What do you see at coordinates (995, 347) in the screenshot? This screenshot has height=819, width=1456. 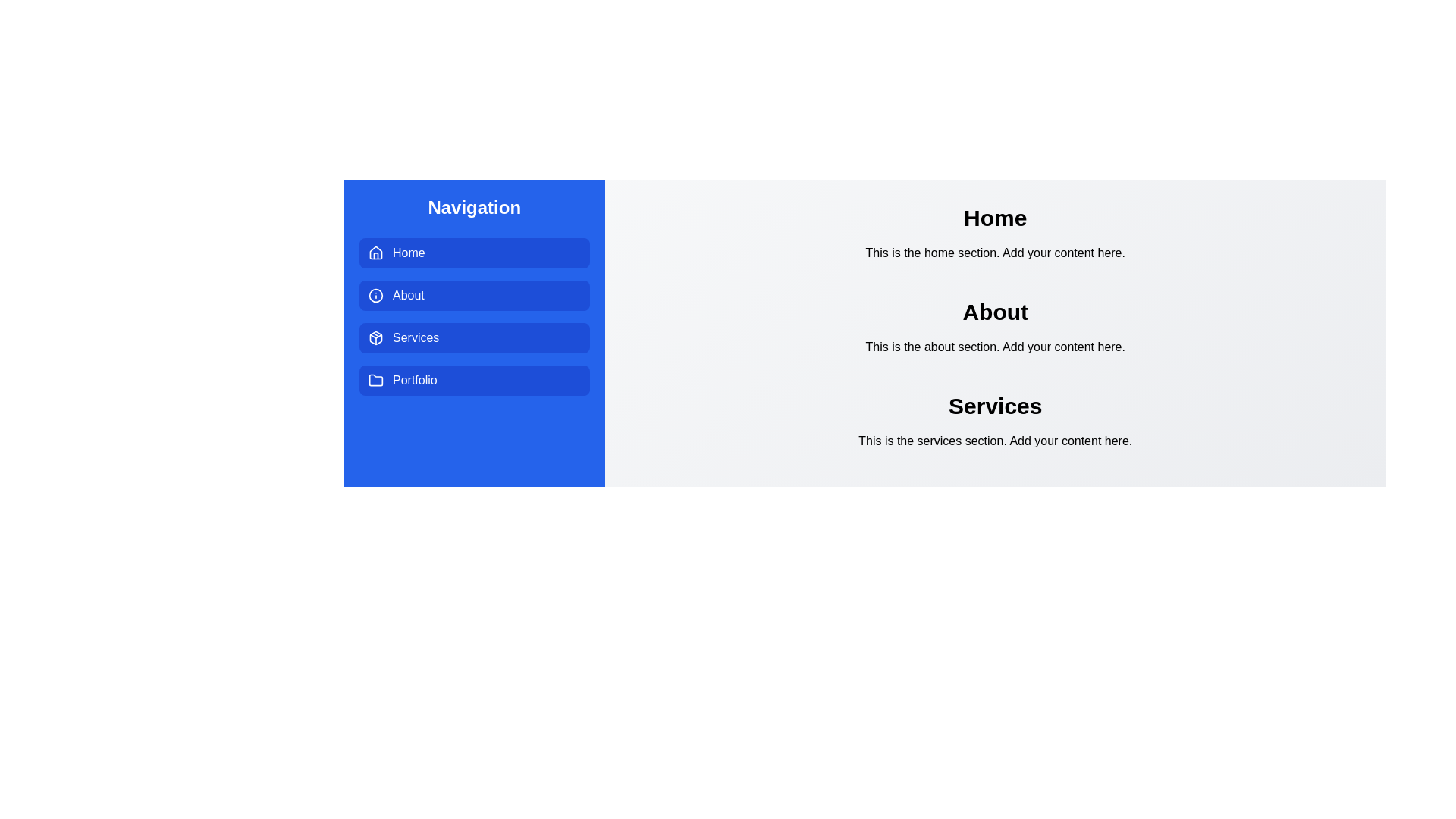 I see `the text paragraph that says 'This is the about section. Add your content here.' which is located centrally beneath the 'About' heading` at bounding box center [995, 347].